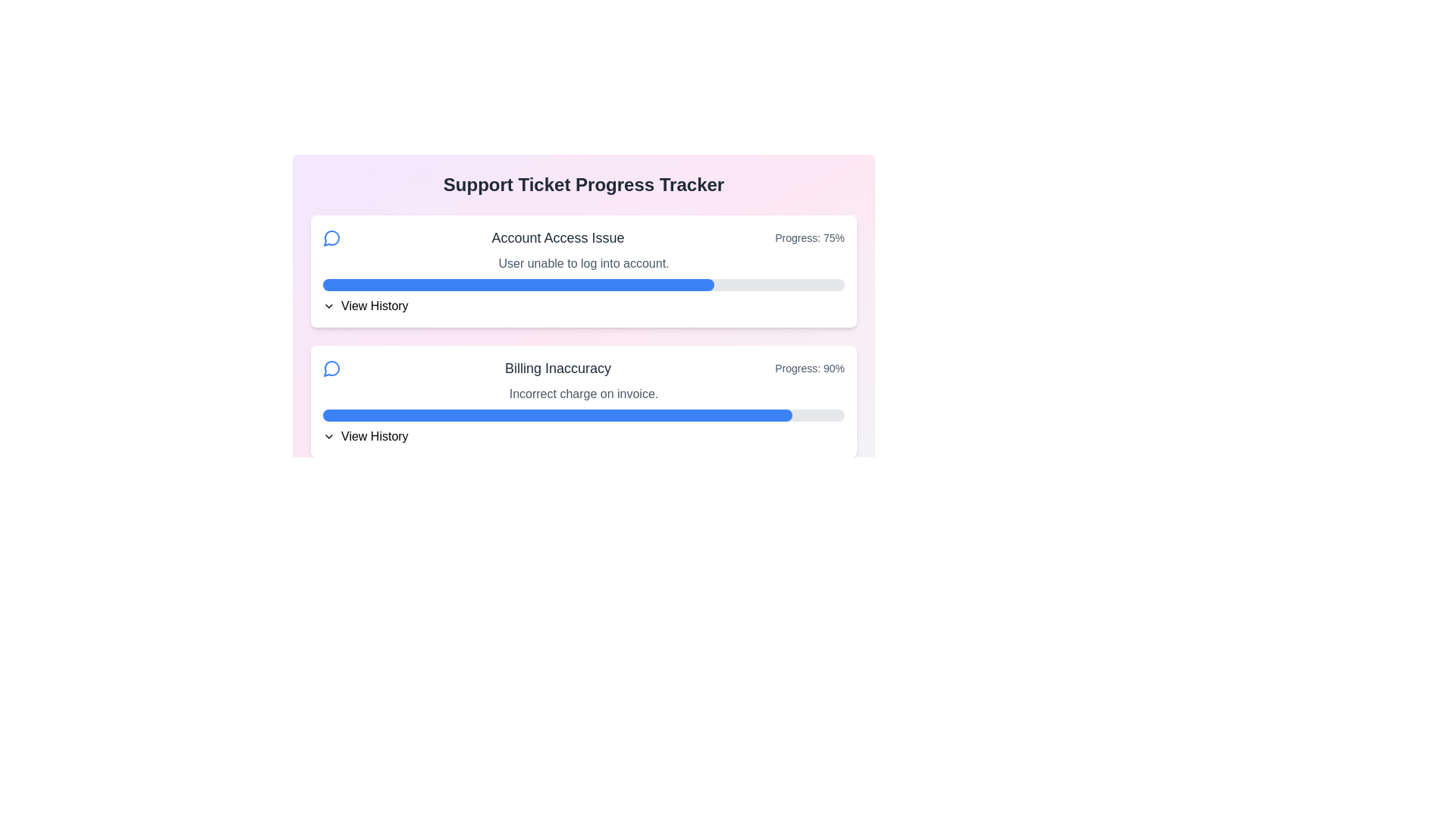 The image size is (1456, 819). I want to click on the collapsed dropdown labeled 'View History' in the 'Account Access Issue' section, so click(582, 306).